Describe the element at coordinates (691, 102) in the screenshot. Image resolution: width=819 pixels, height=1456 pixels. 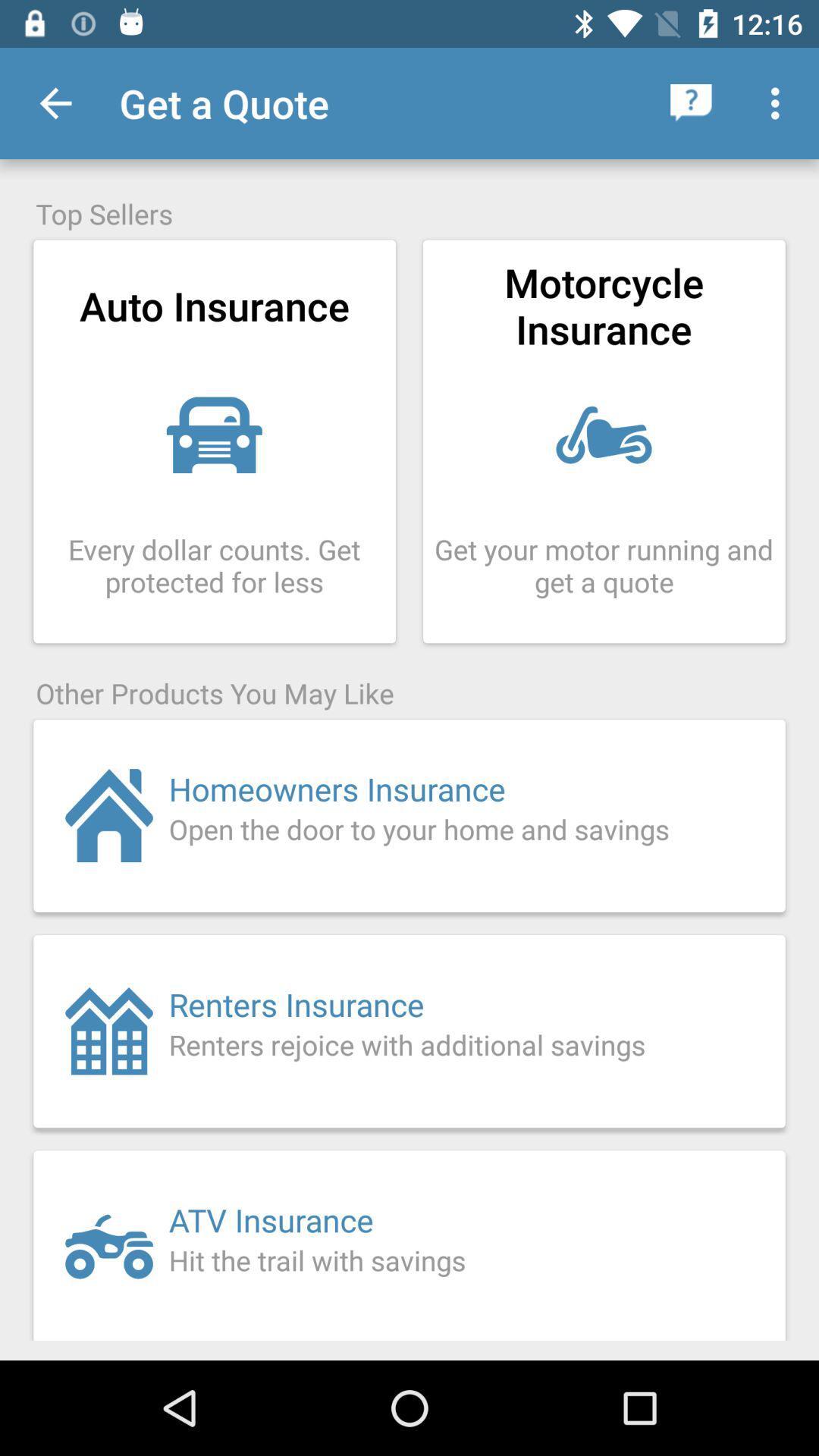
I see `the item to the right of get a quote` at that location.